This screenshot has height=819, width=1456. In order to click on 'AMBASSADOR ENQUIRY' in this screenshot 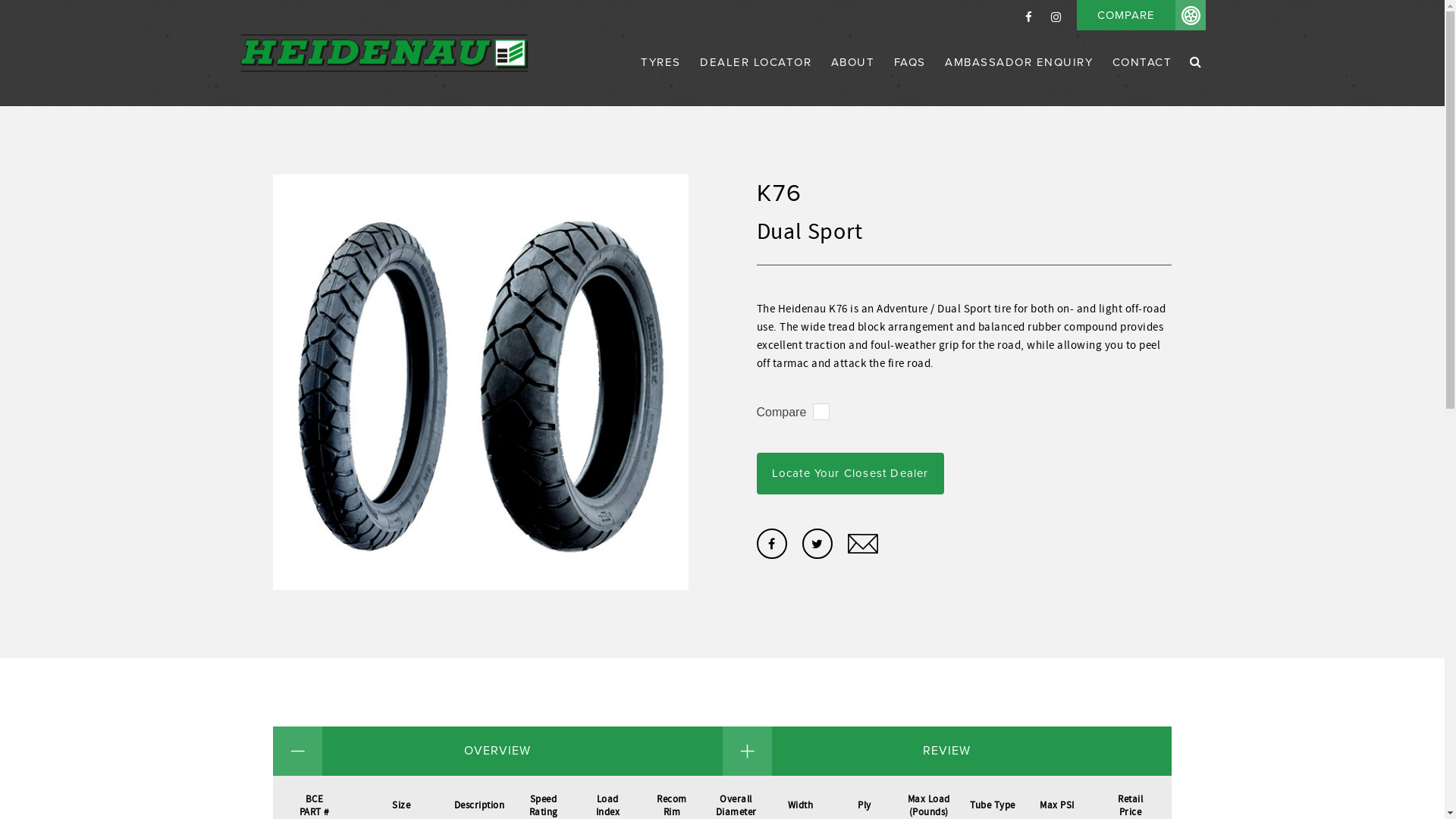, I will do `click(1018, 79)`.